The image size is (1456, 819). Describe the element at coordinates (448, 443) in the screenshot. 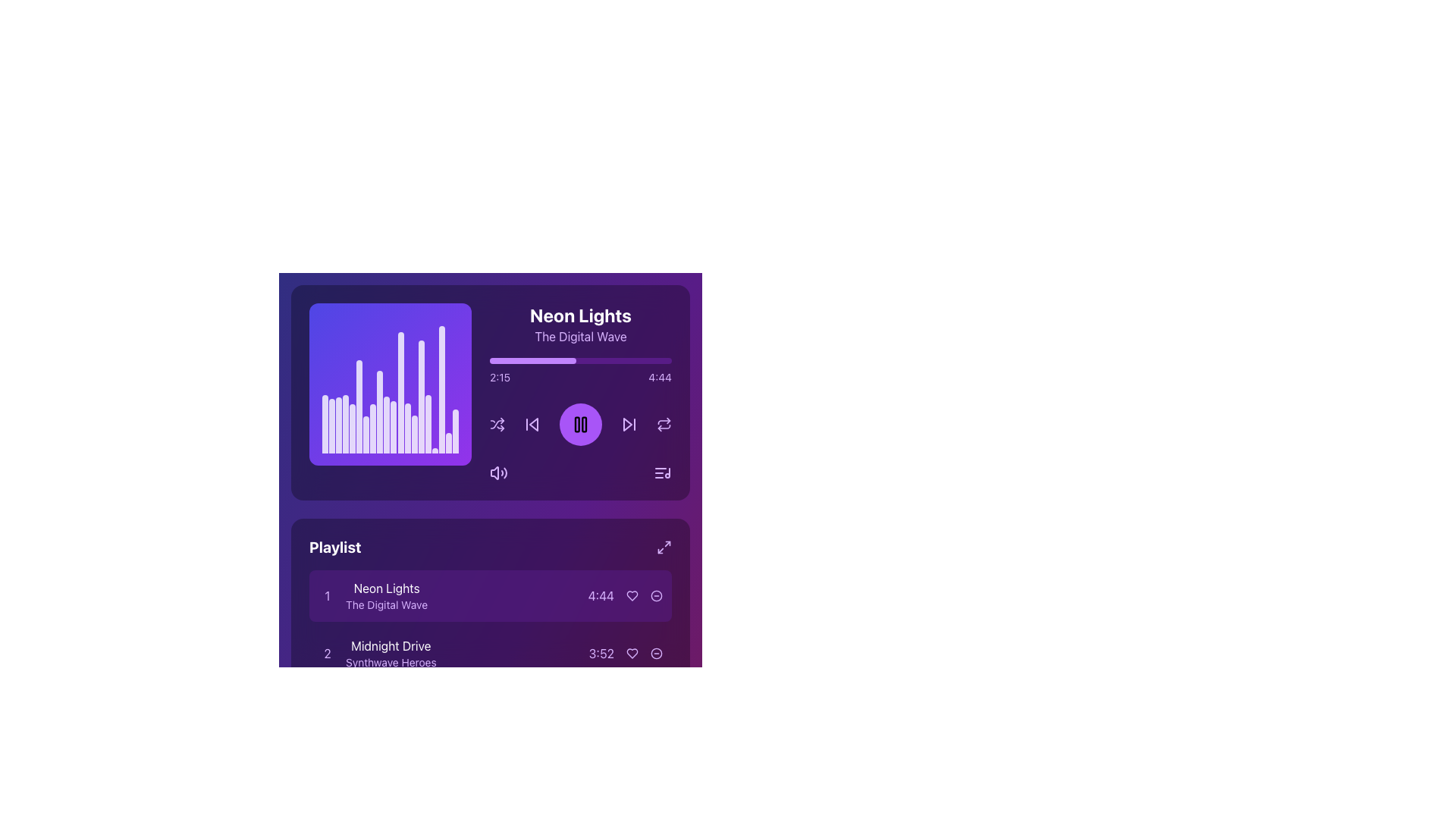

I see `the visual behavior of the last vertical bar in the audio visualization bar graph, which is a thin, semi-transparent white bar with a rounded top` at that location.